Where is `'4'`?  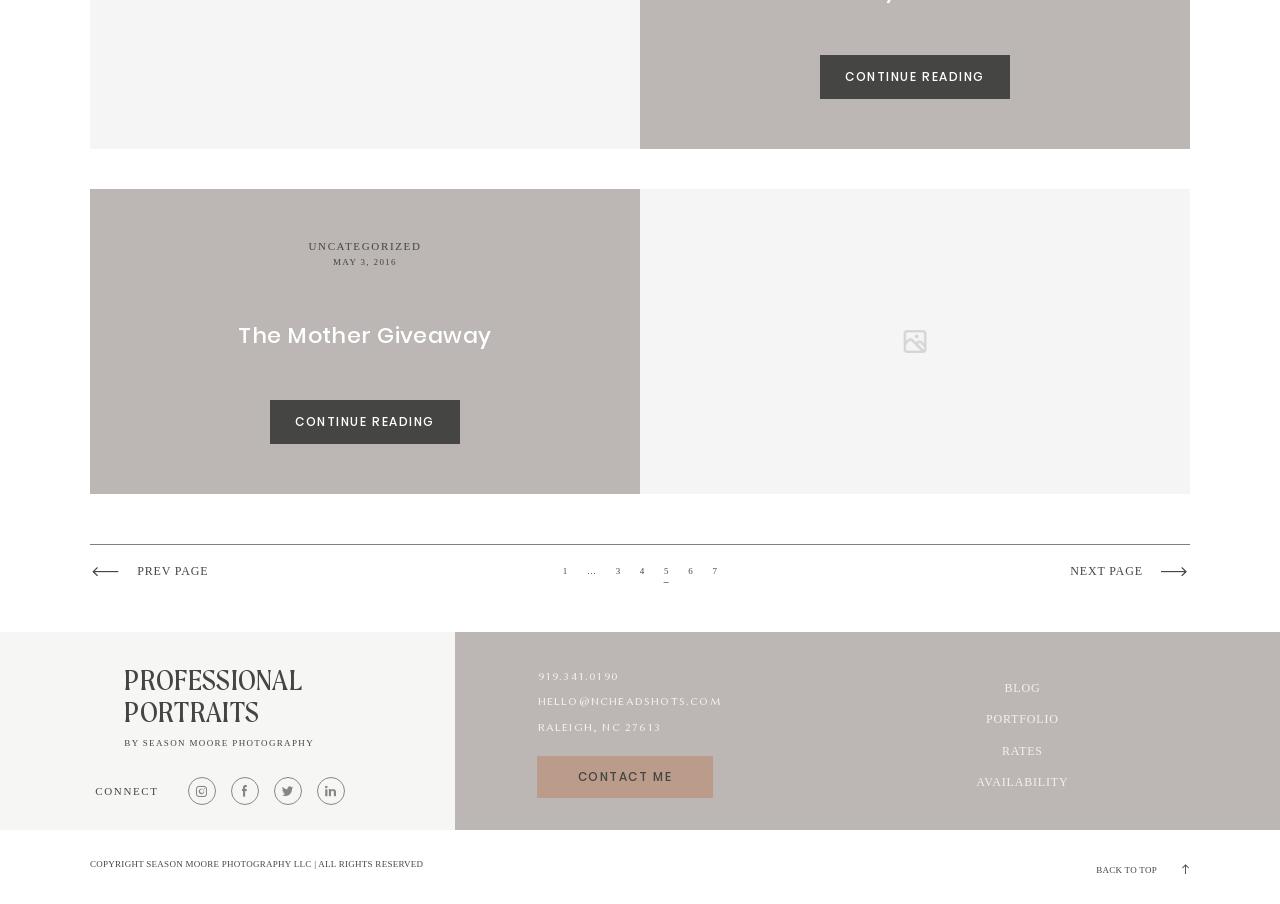
'4' is located at coordinates (637, 569).